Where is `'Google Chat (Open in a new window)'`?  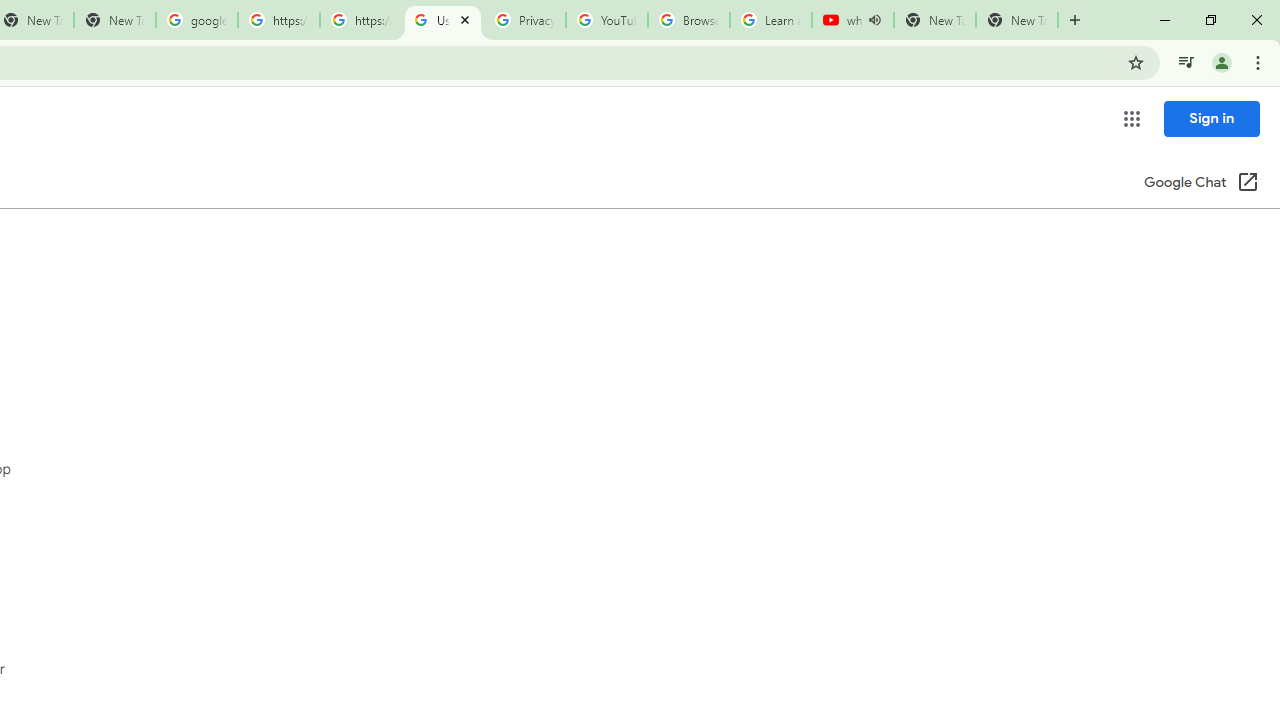
'Google Chat (Open in a new window)' is located at coordinates (1200, 183).